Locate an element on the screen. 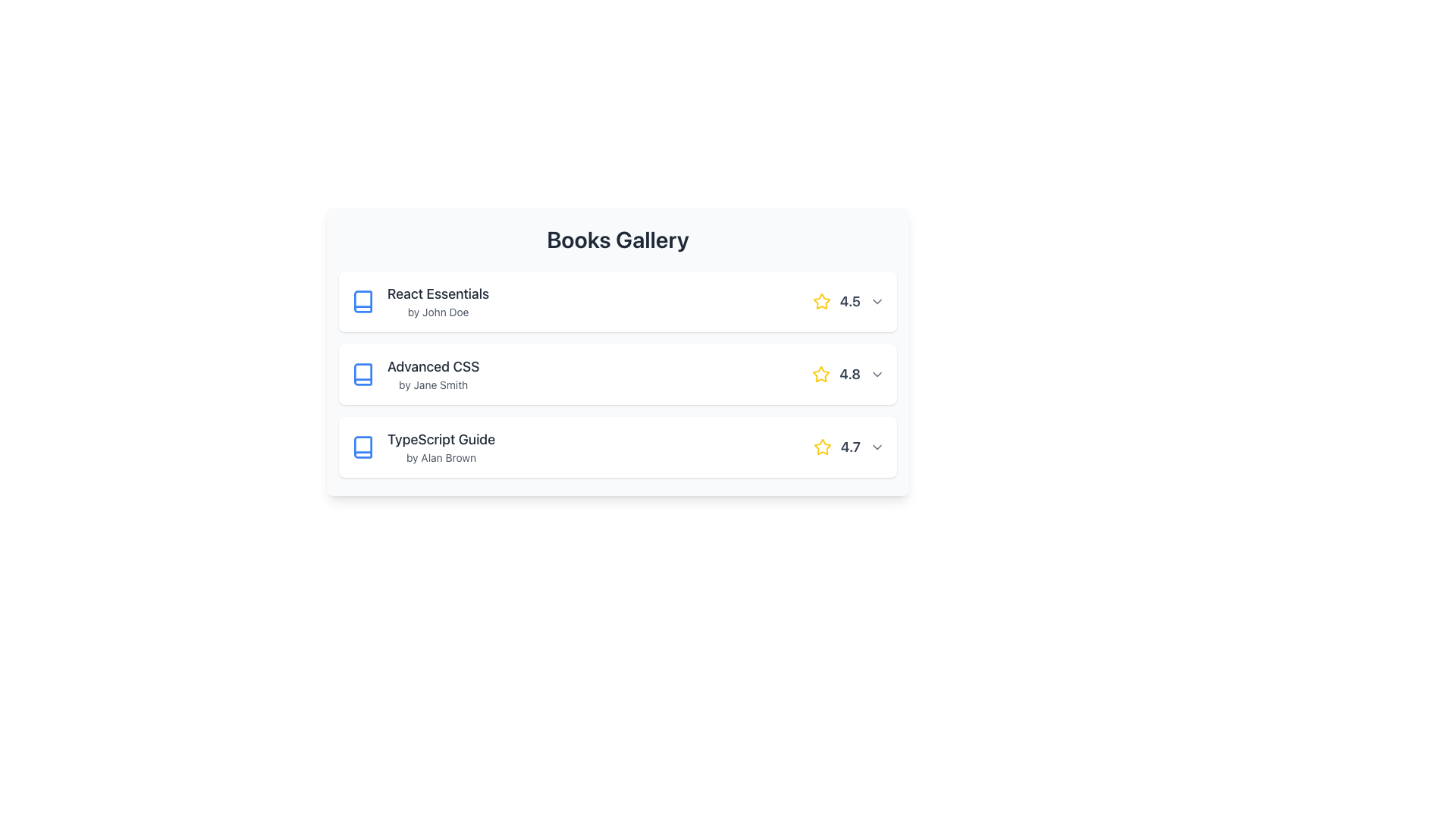 This screenshot has height=819, width=1456. the static text element representing the rating score for the associated book entry, positioned directly to the right of a star icon in the vertical list is located at coordinates (850, 447).